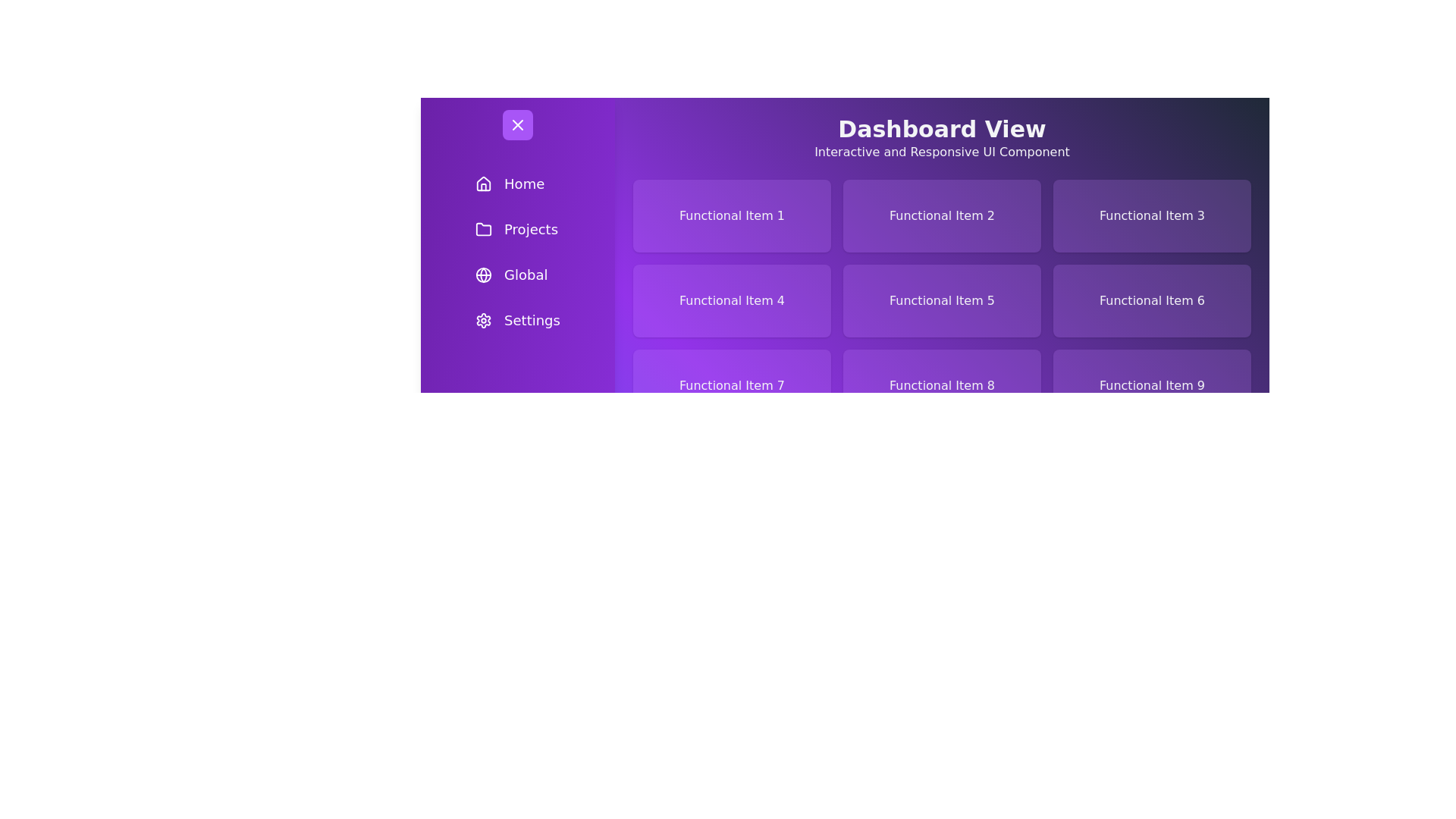 Image resolution: width=1456 pixels, height=819 pixels. What do you see at coordinates (517, 320) in the screenshot?
I see `the menu item labeled Settings to navigate` at bounding box center [517, 320].